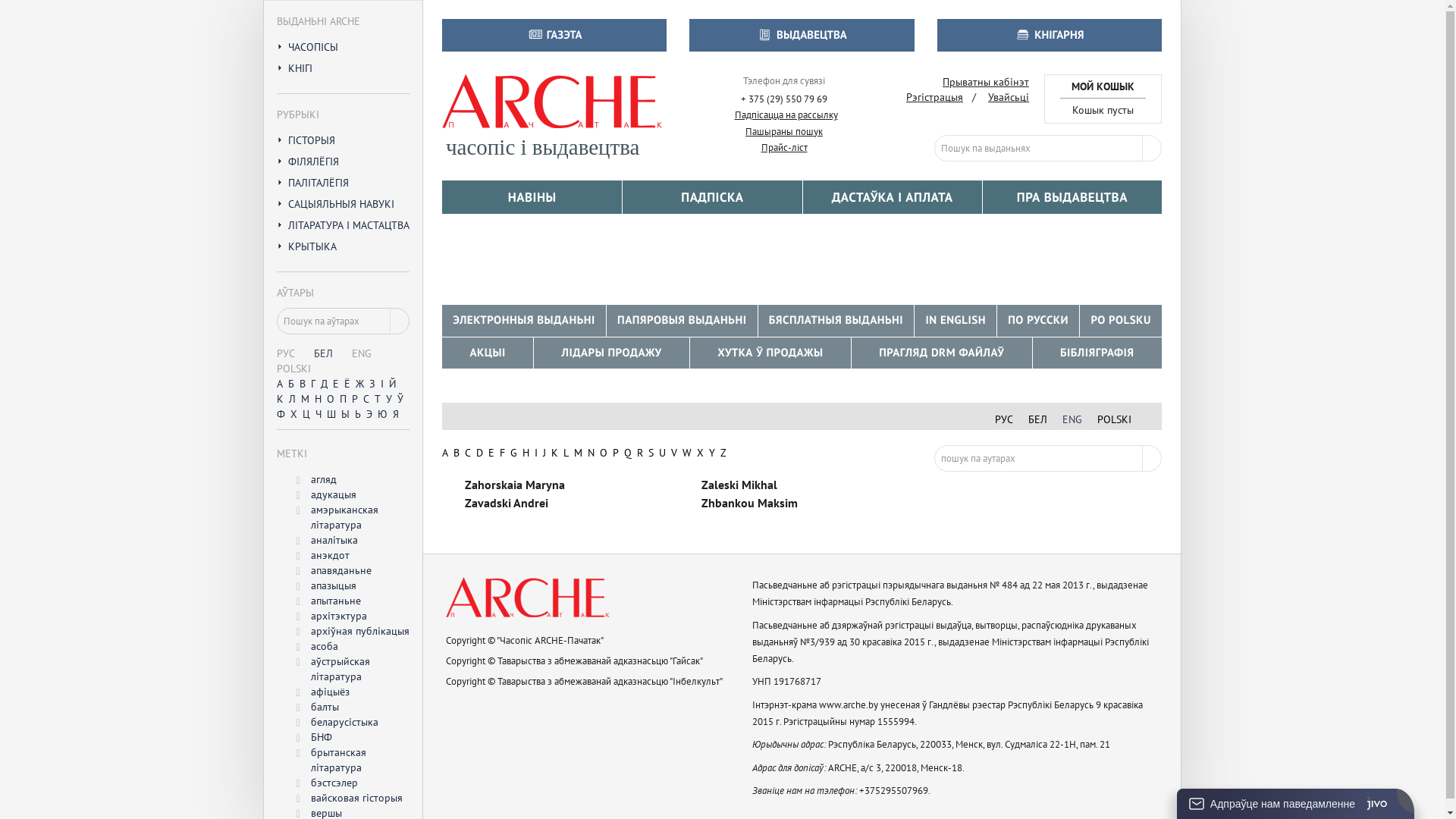 The width and height of the screenshot is (1456, 819). What do you see at coordinates (1097, 419) in the screenshot?
I see `'POLSKI'` at bounding box center [1097, 419].